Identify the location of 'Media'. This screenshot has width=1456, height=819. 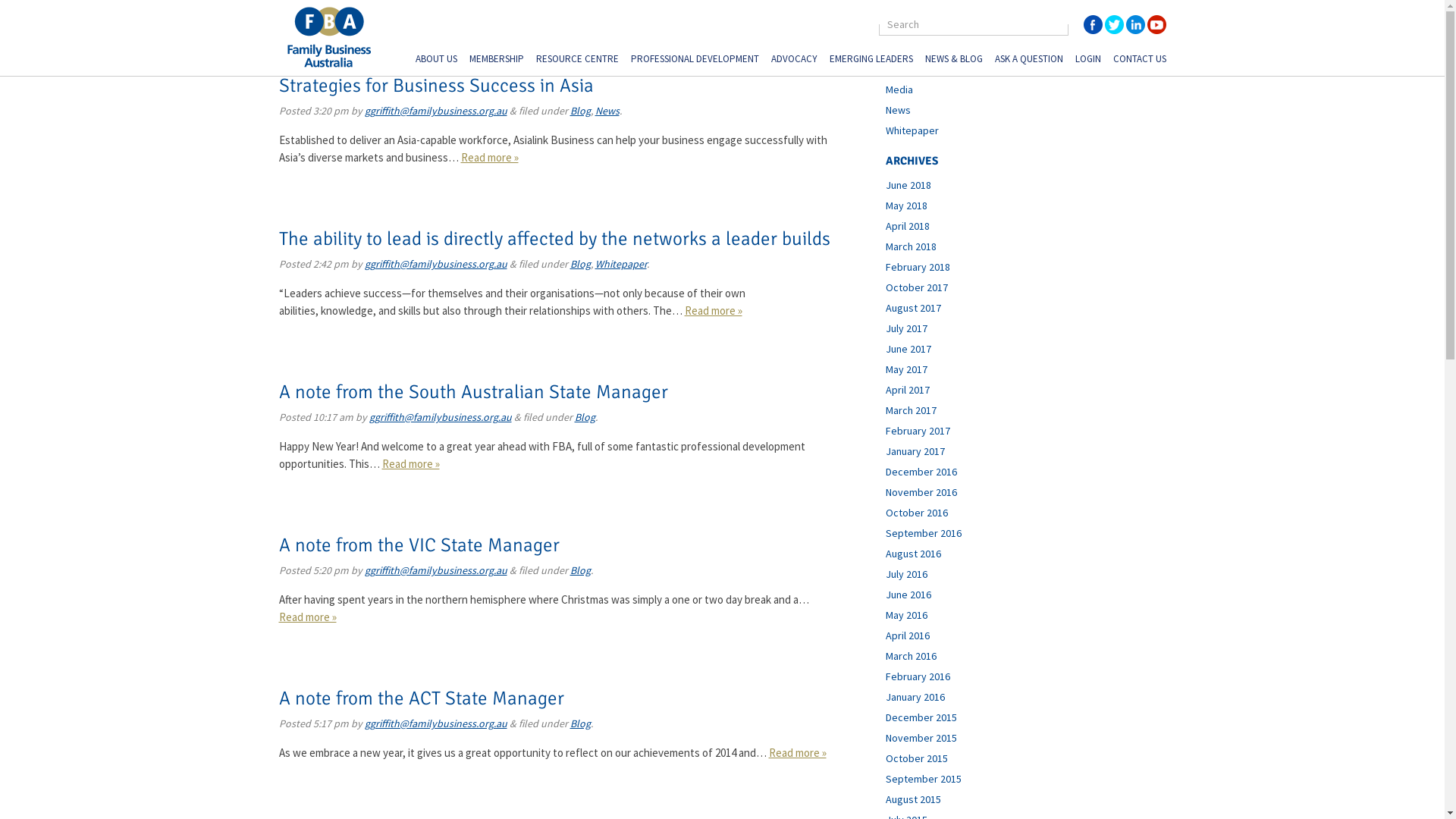
(899, 89).